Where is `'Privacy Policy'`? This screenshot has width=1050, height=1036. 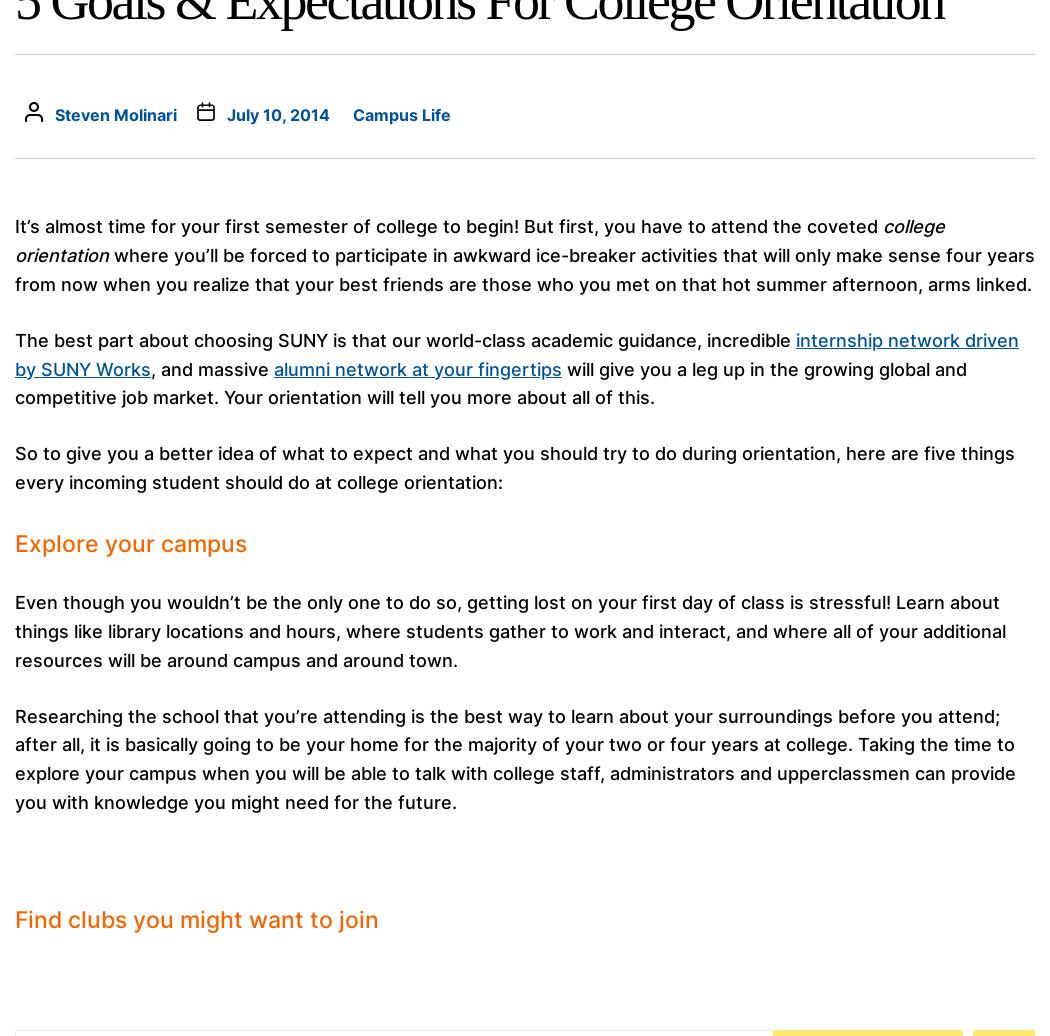
'Privacy Policy' is located at coordinates (430, 861).